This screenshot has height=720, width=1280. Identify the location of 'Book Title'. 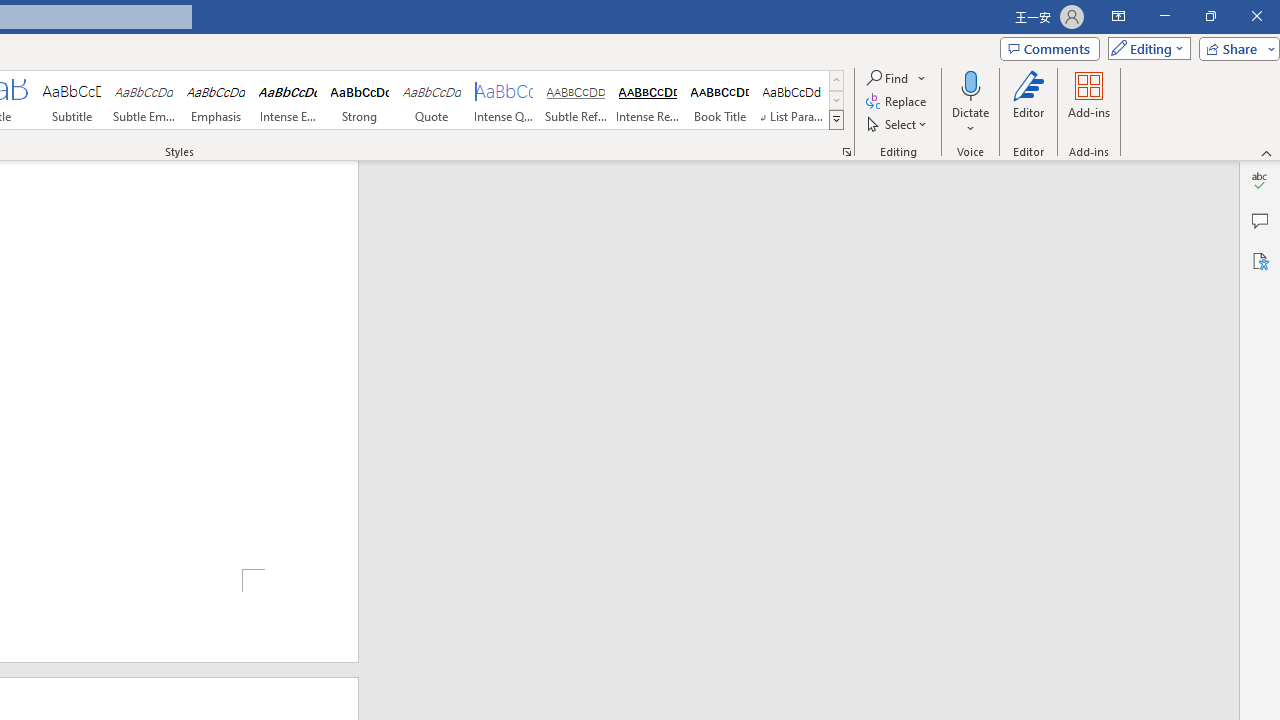
(720, 100).